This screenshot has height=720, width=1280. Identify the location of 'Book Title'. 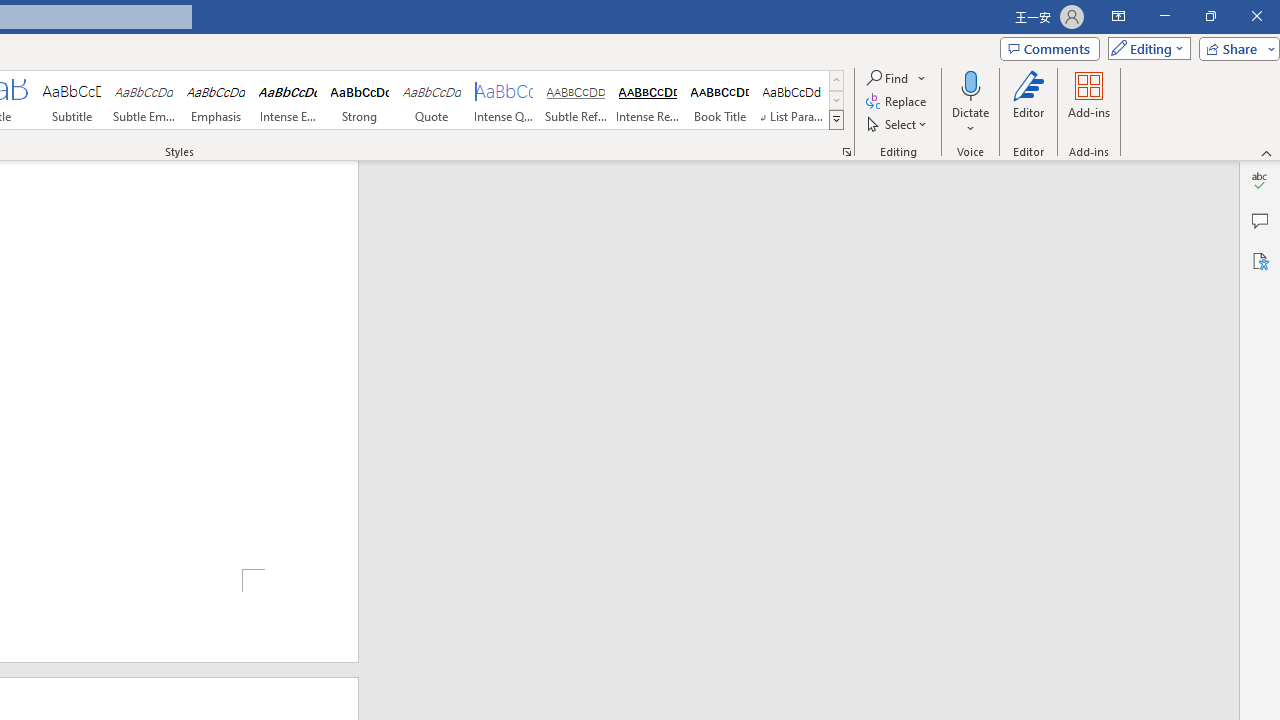
(720, 100).